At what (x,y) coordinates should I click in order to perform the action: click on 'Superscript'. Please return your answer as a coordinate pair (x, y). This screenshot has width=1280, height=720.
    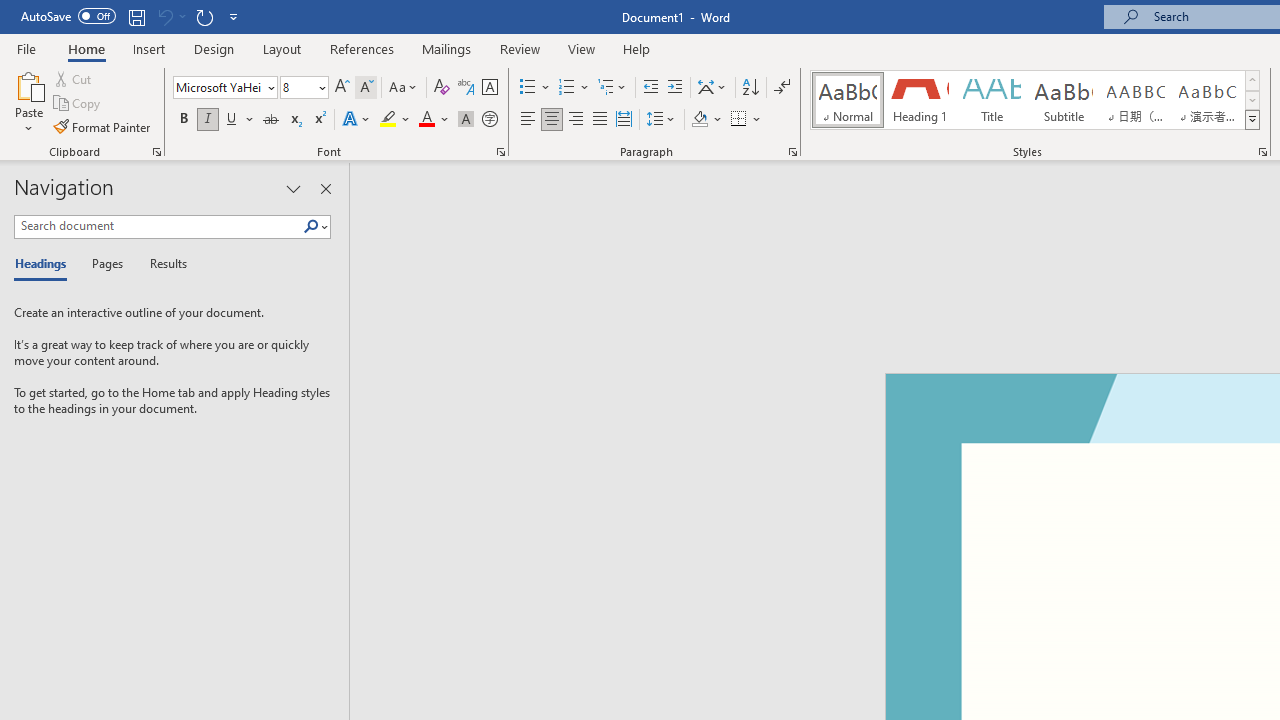
    Looking at the image, I should click on (318, 119).